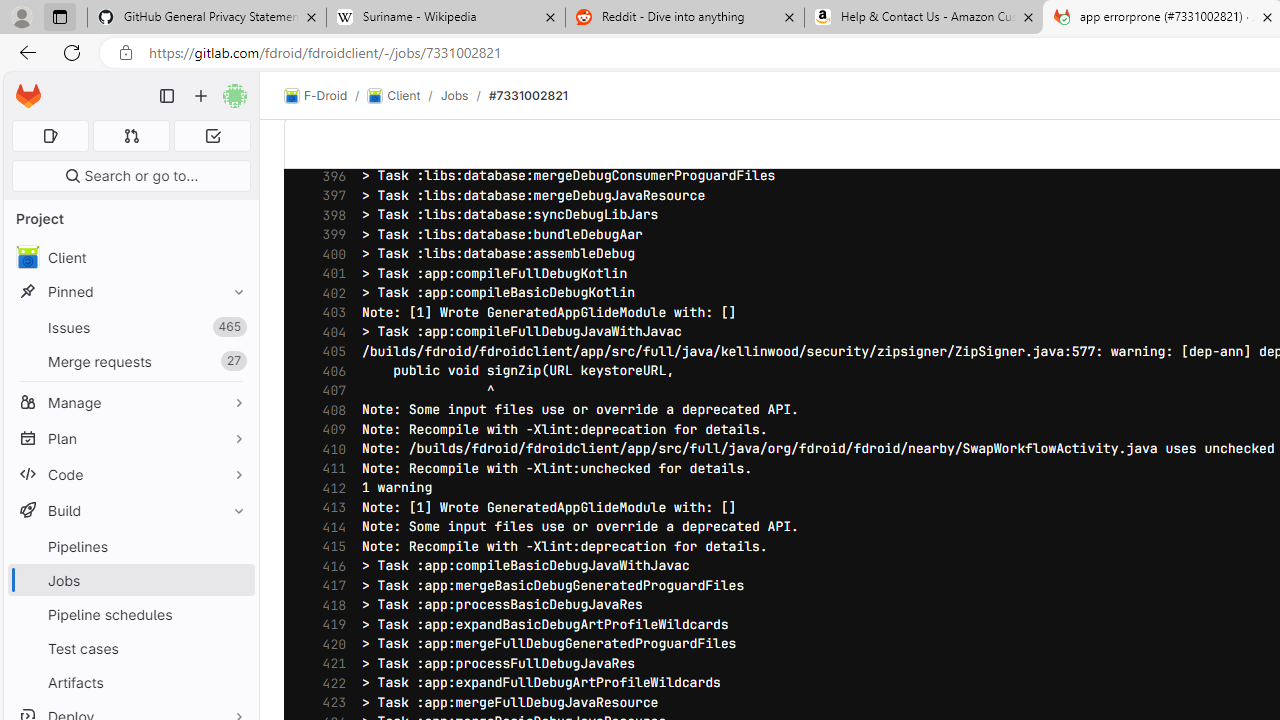  Describe the element at coordinates (403, 96) in the screenshot. I see `'Client/'` at that location.